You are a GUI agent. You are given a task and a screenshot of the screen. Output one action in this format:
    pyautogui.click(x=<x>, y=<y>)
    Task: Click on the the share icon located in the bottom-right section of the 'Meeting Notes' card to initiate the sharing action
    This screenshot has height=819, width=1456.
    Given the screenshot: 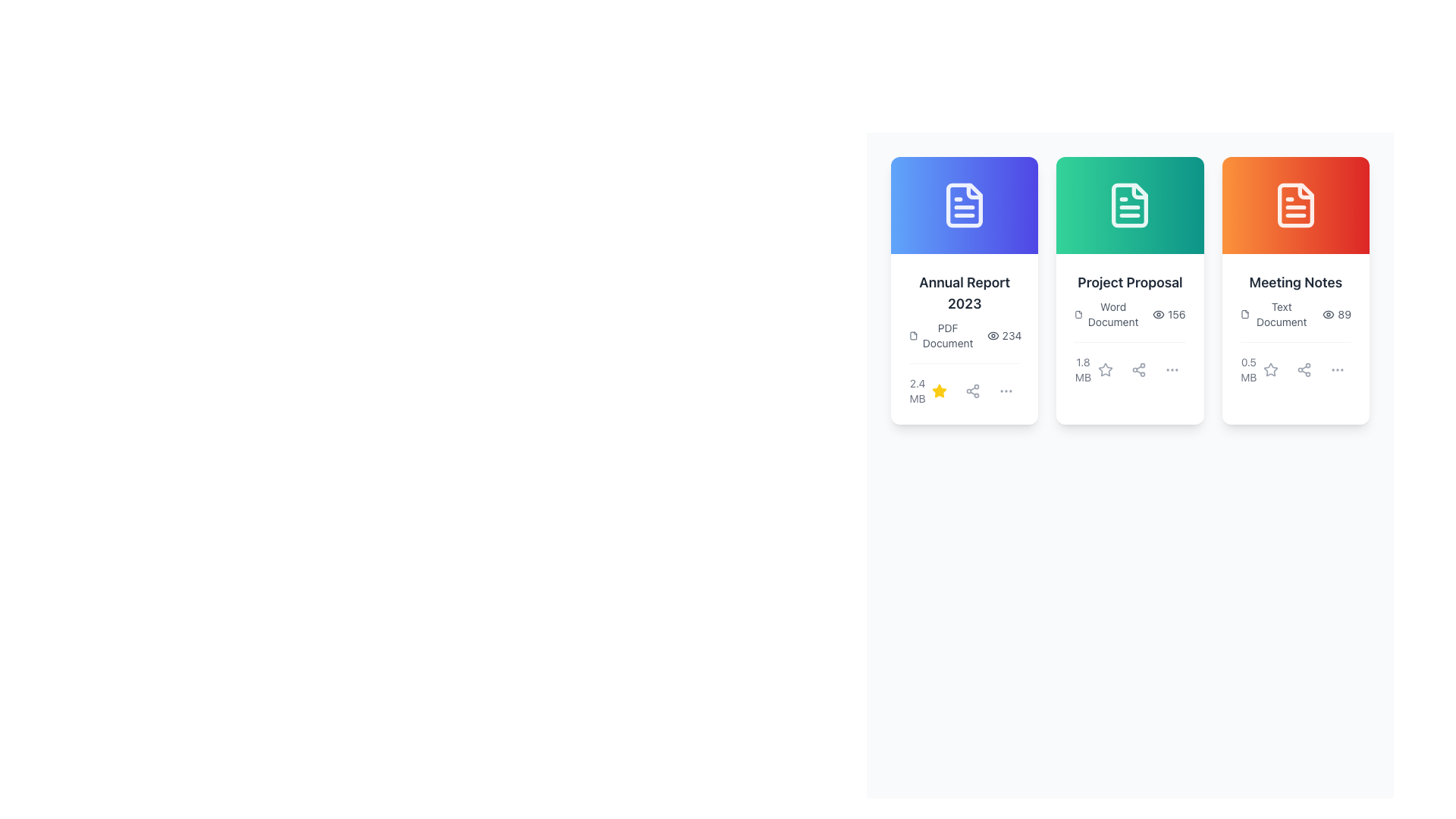 What is the action you would take?
    pyautogui.click(x=1303, y=370)
    